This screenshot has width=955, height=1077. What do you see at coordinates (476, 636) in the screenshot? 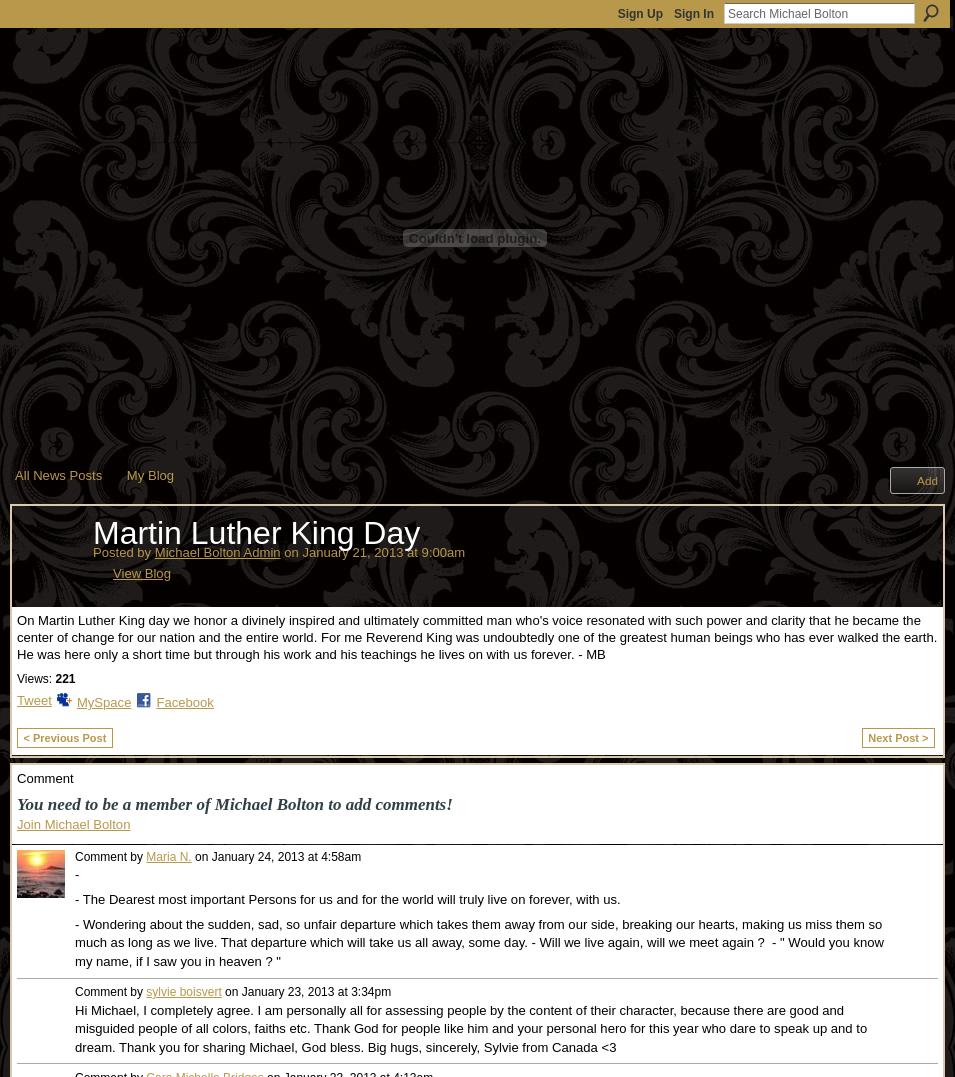
I see `'On Martin Luther King day we honor a divinely inspired and ultimately committed man who's voice resonated with such power and clarity that he became the center of change for our nation and the entire world. For me Reverend King was undoubtedly one of the greatest human beings who has ever walked the earth. He was here only a short time but through his work and his teachings he lives on with us forever. - MB'` at bounding box center [476, 636].